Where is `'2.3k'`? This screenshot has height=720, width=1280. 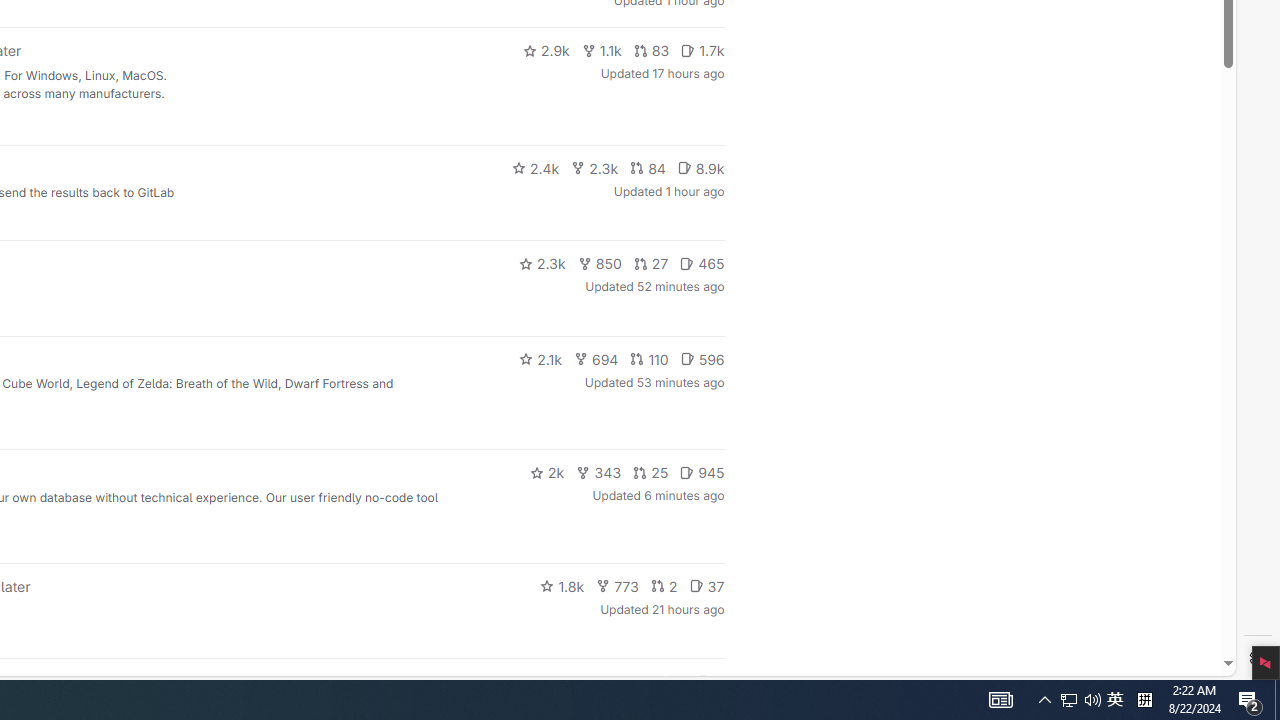 '2.3k' is located at coordinates (542, 262).